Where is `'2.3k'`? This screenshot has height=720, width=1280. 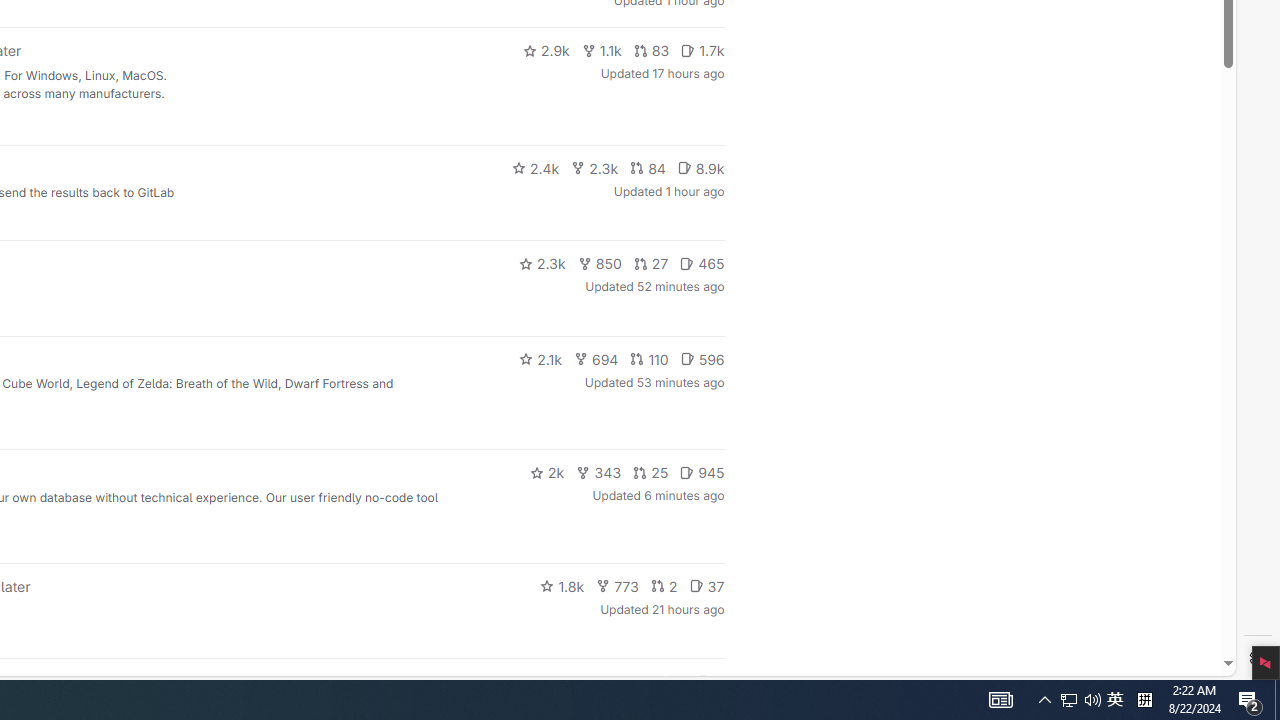 '2.3k' is located at coordinates (542, 262).